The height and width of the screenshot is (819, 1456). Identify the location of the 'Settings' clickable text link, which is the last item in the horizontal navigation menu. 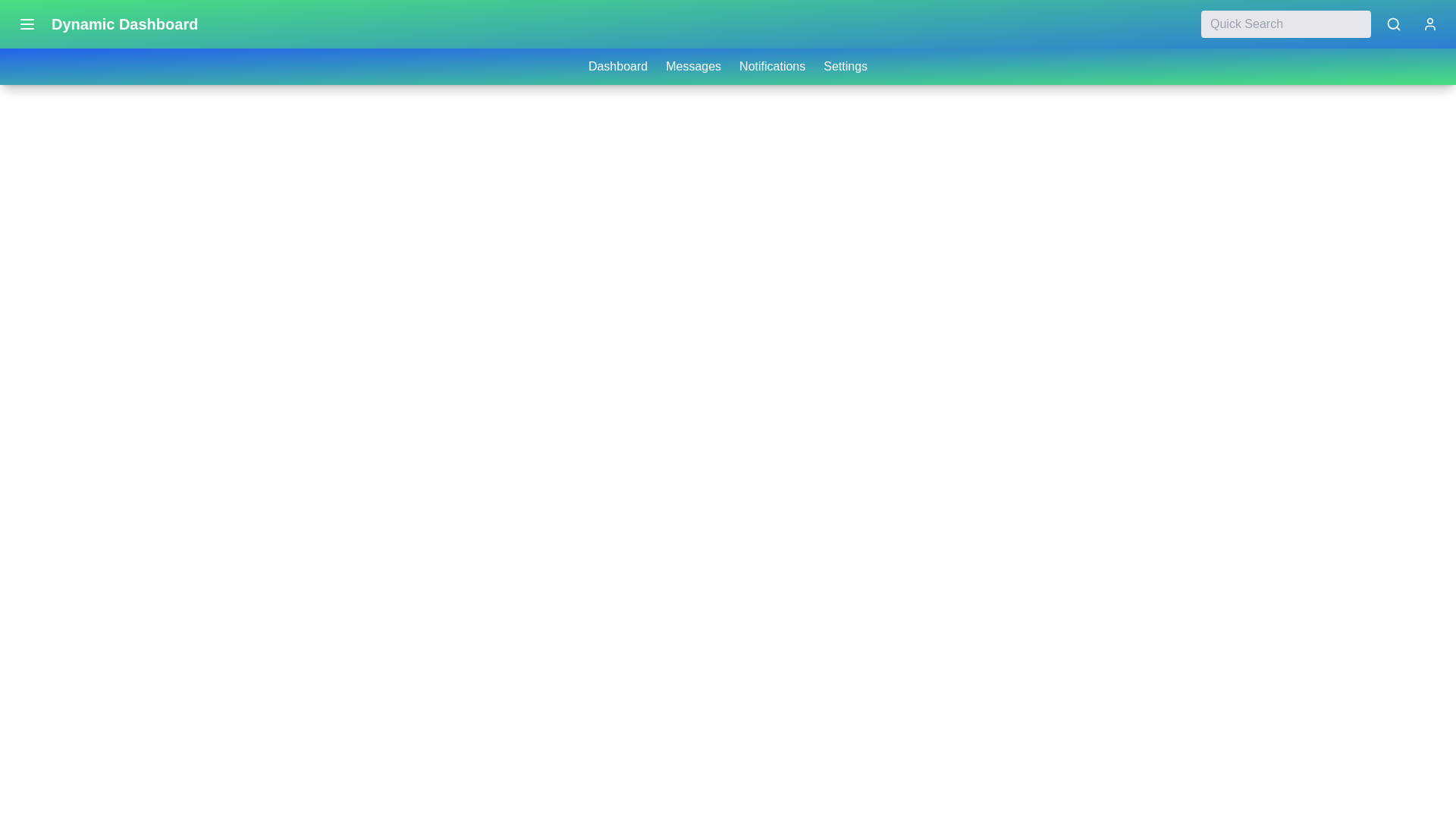
(845, 66).